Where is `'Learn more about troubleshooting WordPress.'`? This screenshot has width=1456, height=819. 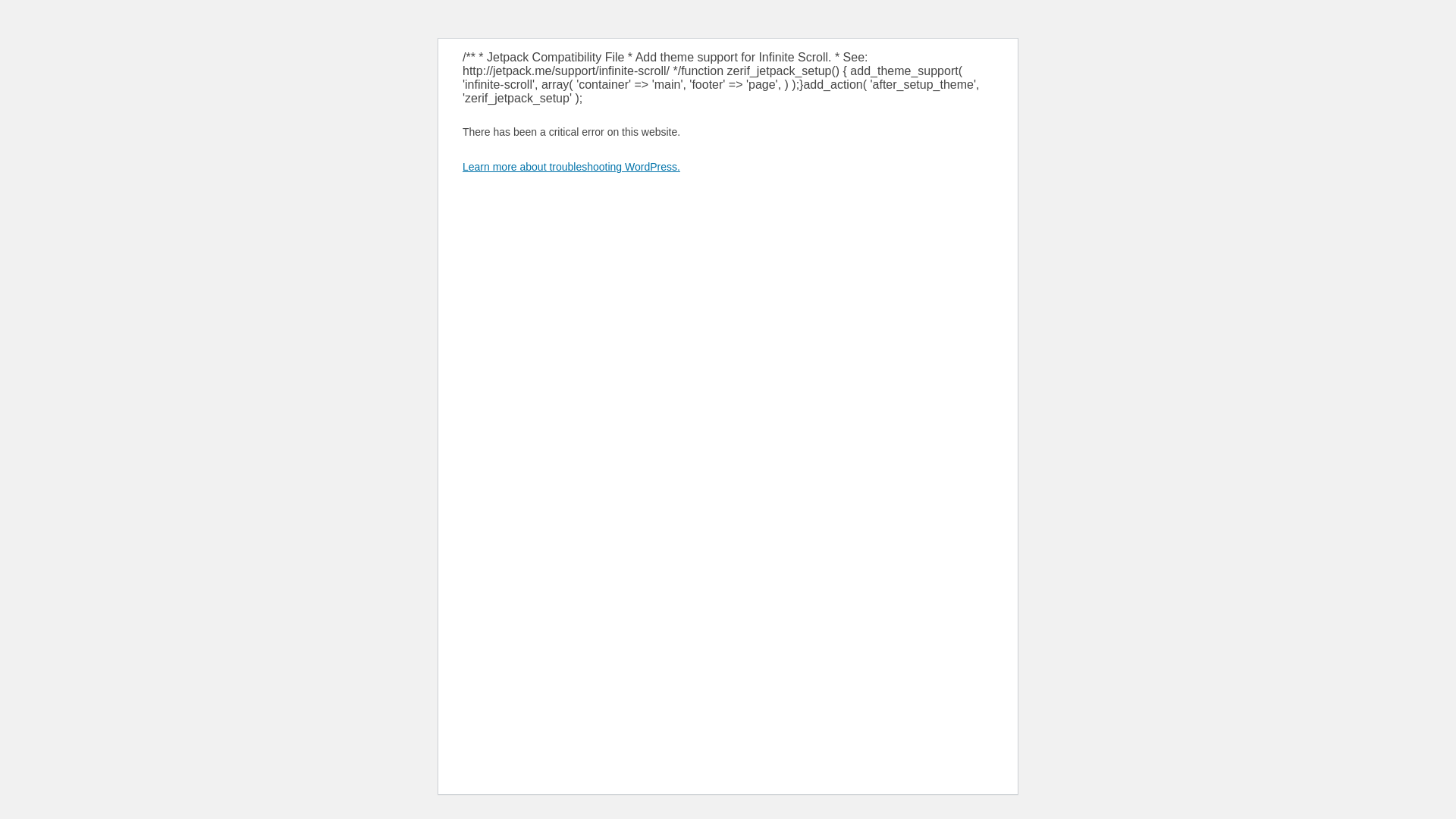 'Learn more about troubleshooting WordPress.' is located at coordinates (570, 166).